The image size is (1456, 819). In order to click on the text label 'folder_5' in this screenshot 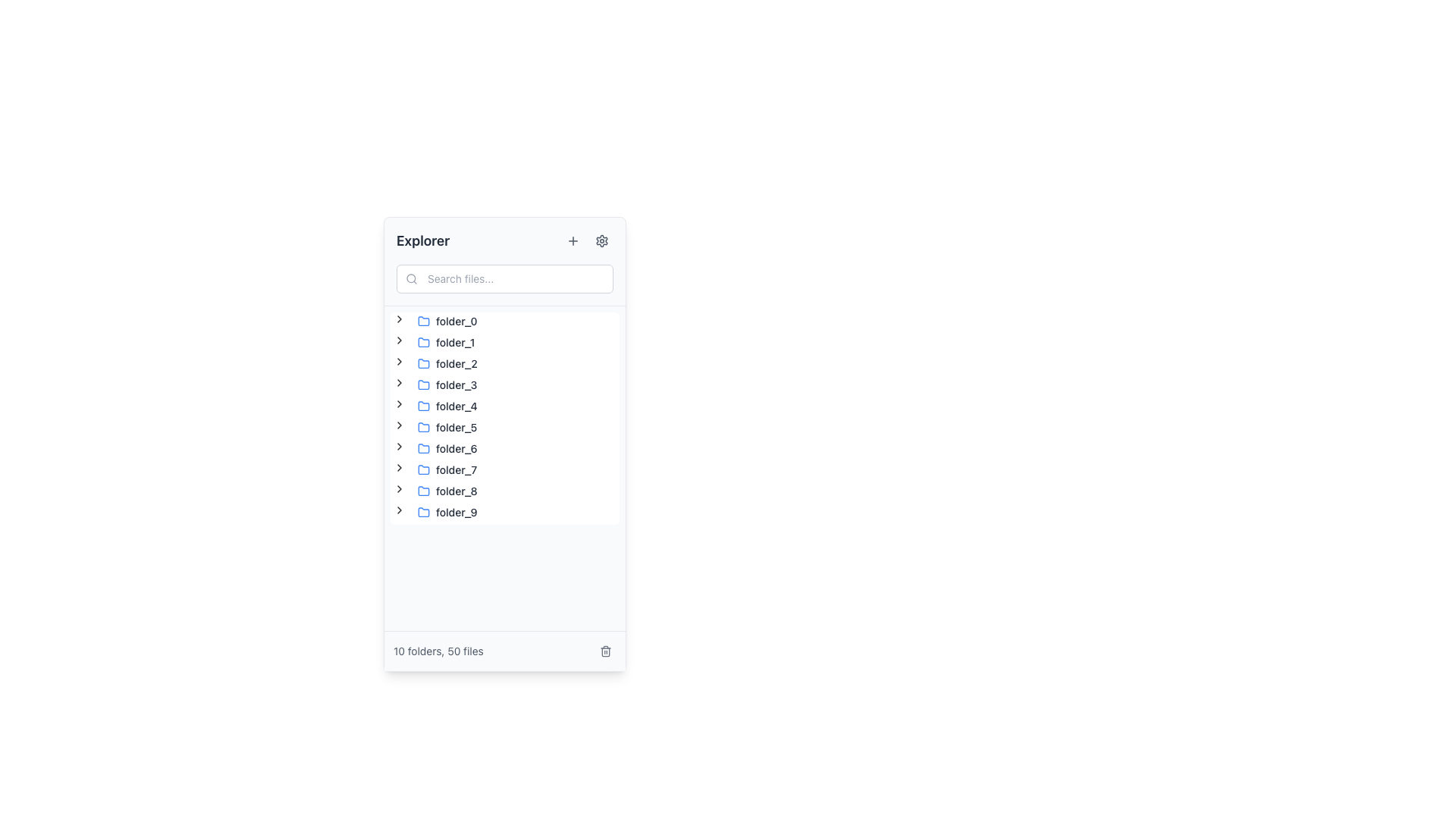, I will do `click(456, 427)`.